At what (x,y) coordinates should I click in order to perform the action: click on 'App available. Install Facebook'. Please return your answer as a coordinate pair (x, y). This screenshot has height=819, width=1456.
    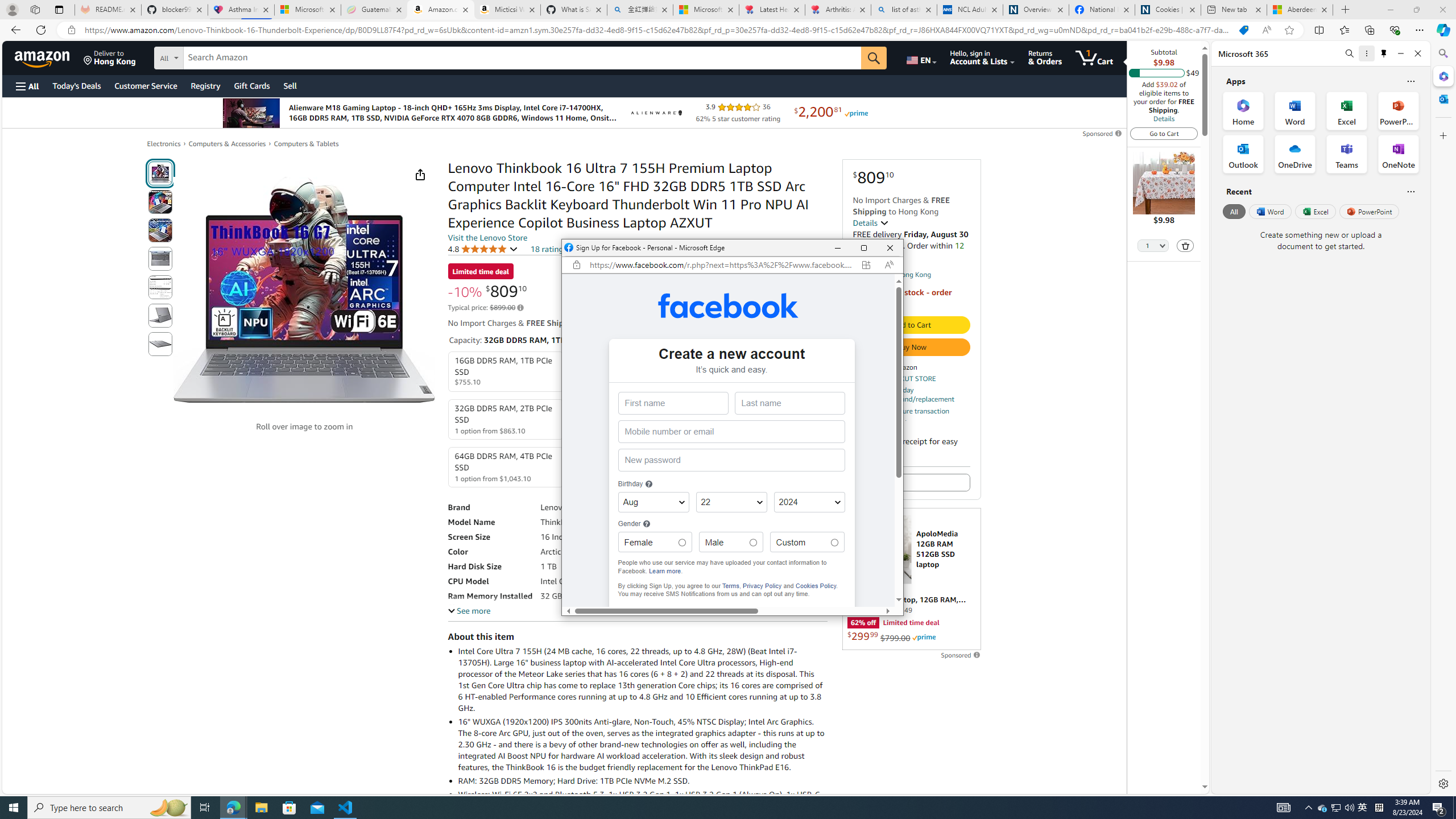
    Looking at the image, I should click on (866, 265).